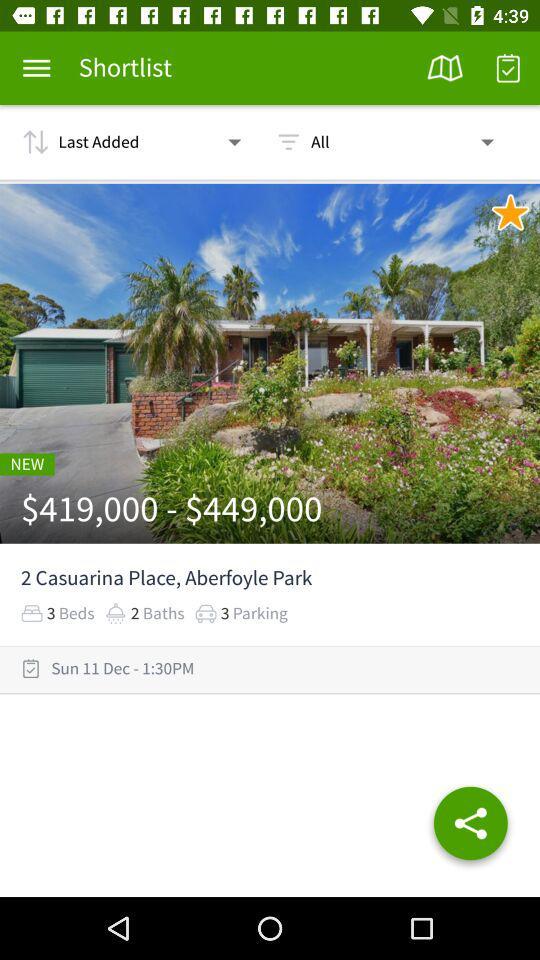  Describe the element at coordinates (36, 68) in the screenshot. I see `more details` at that location.